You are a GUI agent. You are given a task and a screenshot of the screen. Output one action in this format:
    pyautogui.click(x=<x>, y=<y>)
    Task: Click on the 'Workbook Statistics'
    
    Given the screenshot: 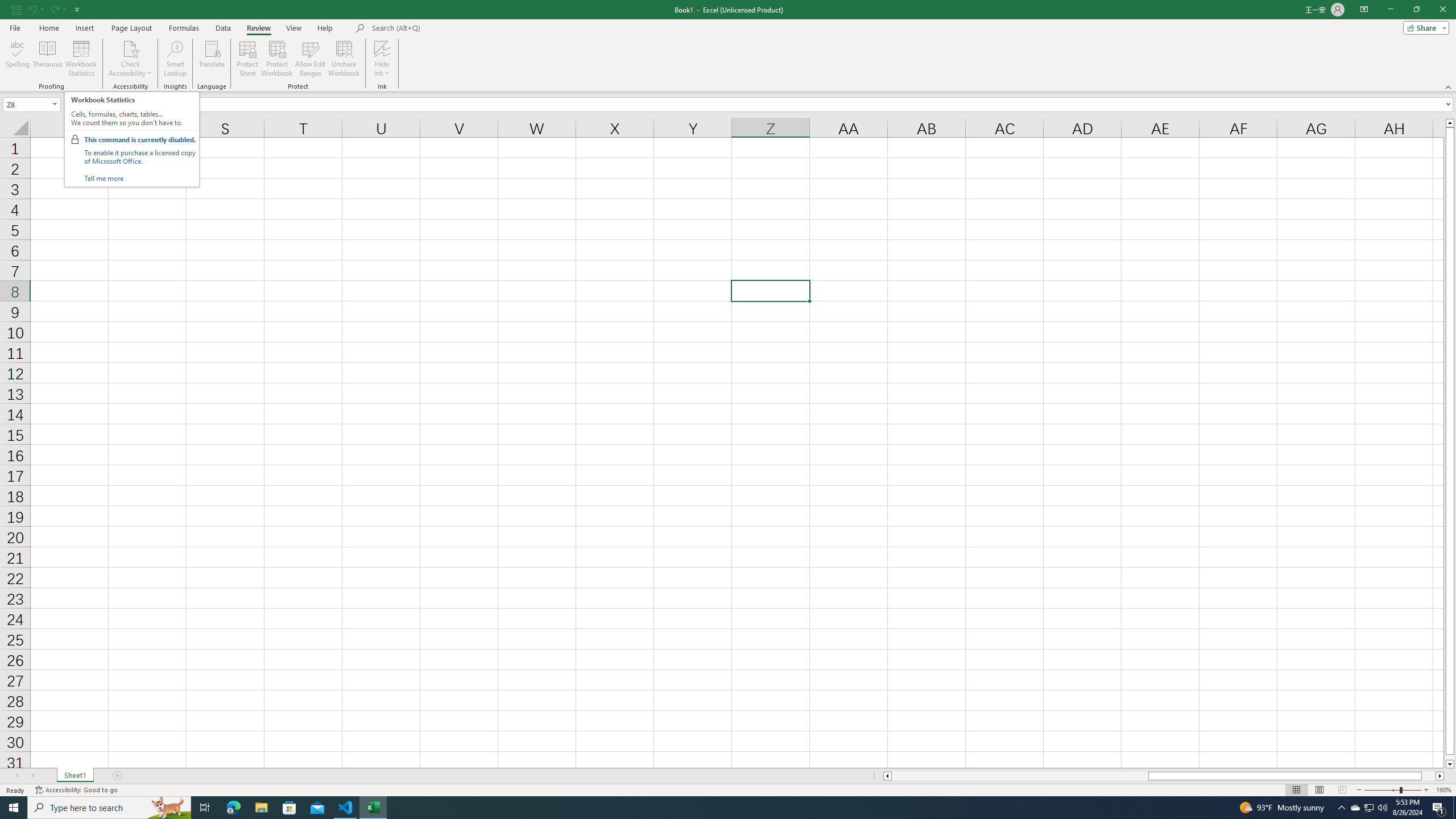 What is the action you would take?
    pyautogui.click(x=81, y=59)
    